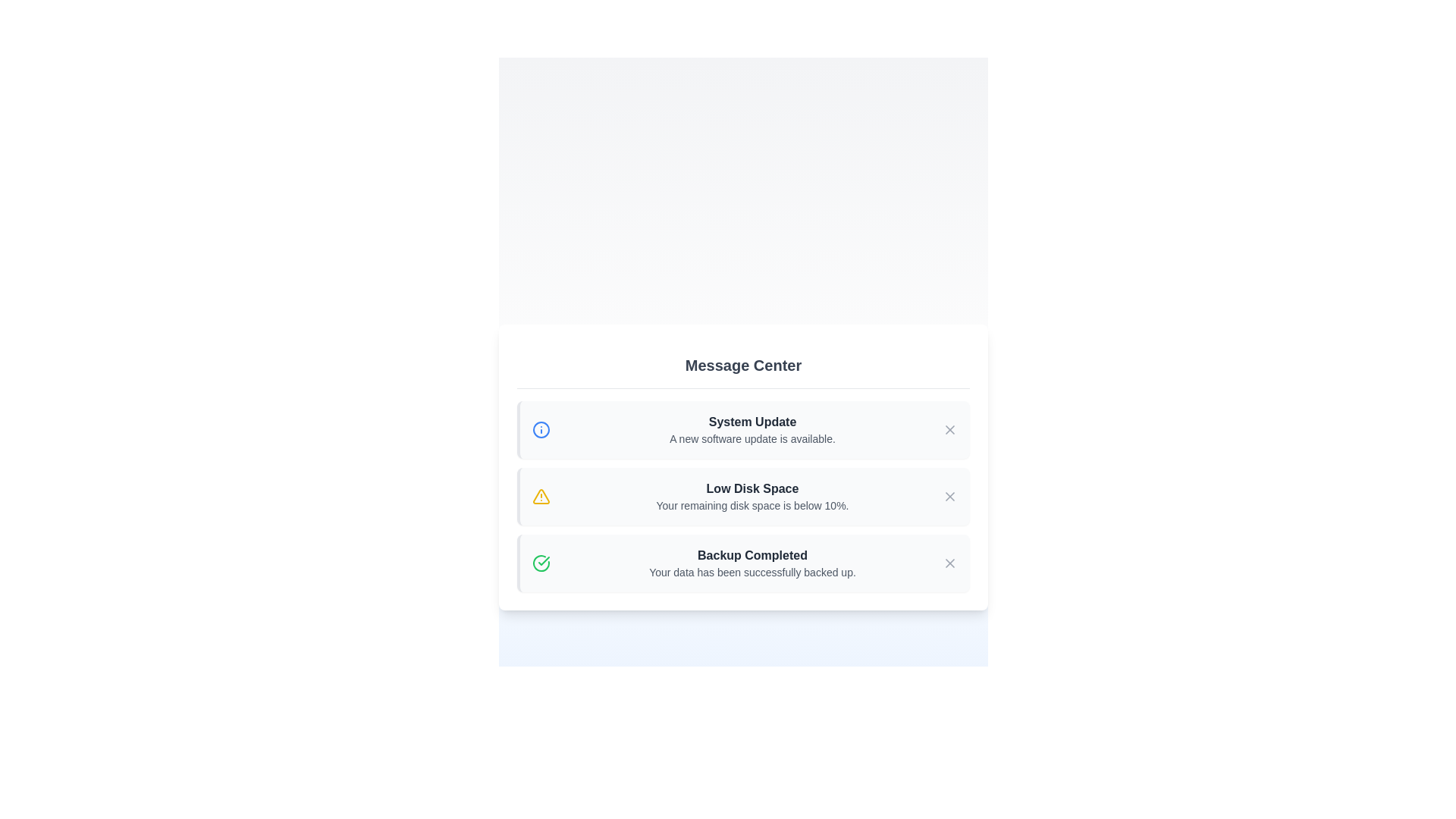 The height and width of the screenshot is (819, 1456). I want to click on the circular green check icon indicating a successful action, located to the left of the 'Backup Completed' notification in the 'Message Center' section, so click(541, 563).